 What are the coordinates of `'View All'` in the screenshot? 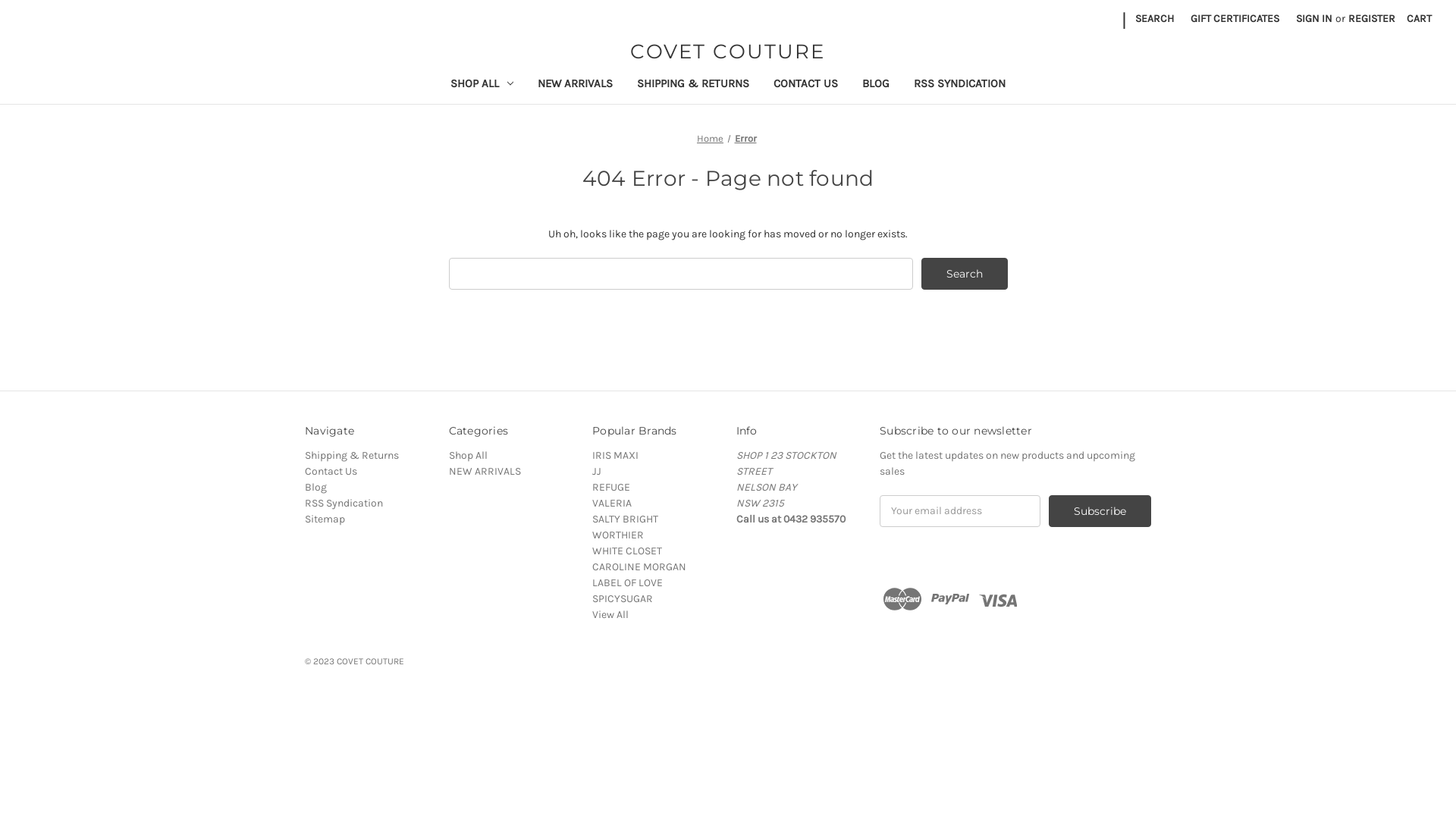 It's located at (610, 614).